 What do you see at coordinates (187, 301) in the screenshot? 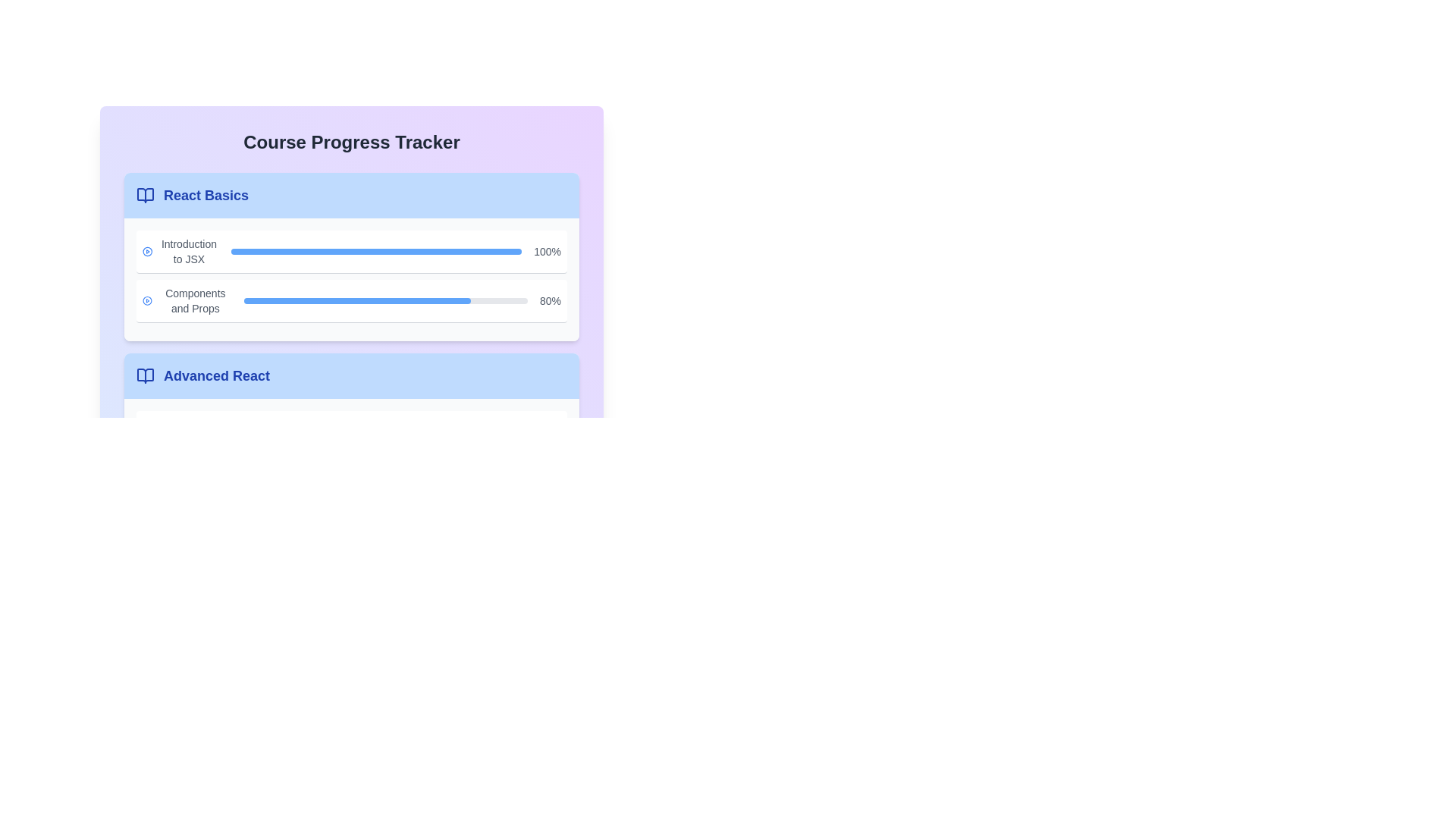
I see `the 'Components and Props' label, which features a small circular play icon on the left` at bounding box center [187, 301].